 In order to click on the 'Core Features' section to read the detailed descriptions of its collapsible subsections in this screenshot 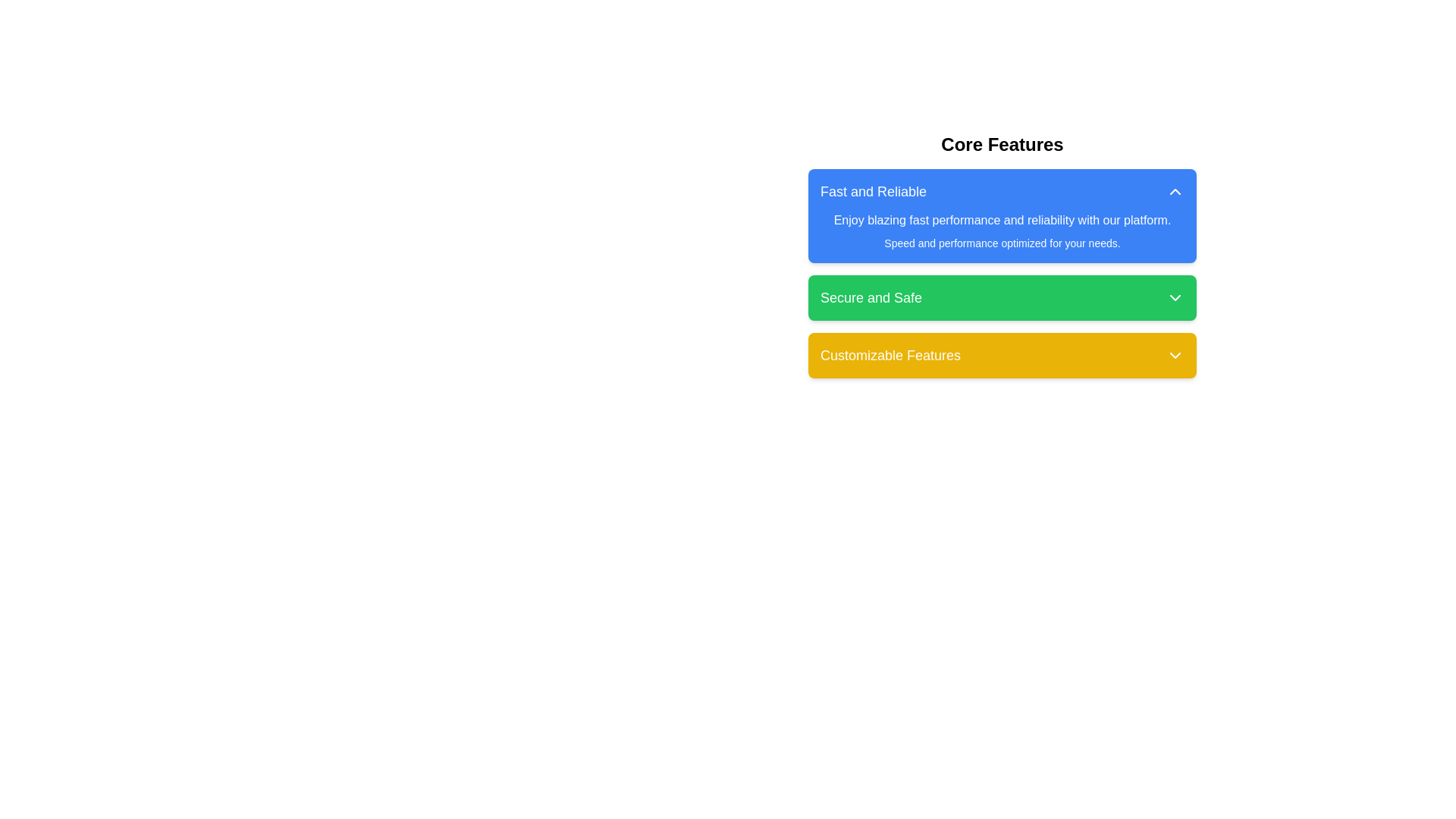, I will do `click(1002, 254)`.